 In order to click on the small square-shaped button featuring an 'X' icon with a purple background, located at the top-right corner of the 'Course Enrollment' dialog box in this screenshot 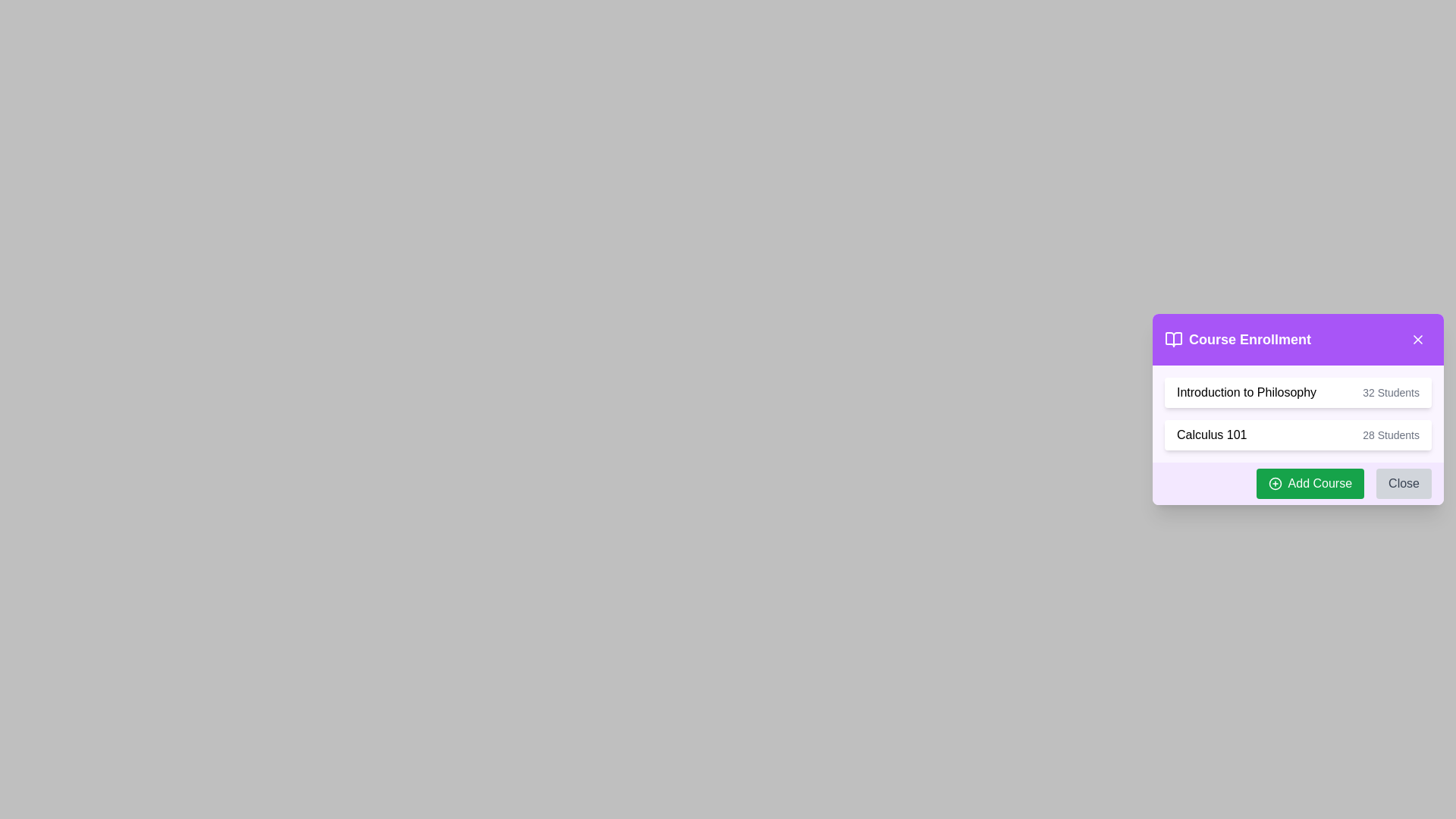, I will do `click(1417, 338)`.